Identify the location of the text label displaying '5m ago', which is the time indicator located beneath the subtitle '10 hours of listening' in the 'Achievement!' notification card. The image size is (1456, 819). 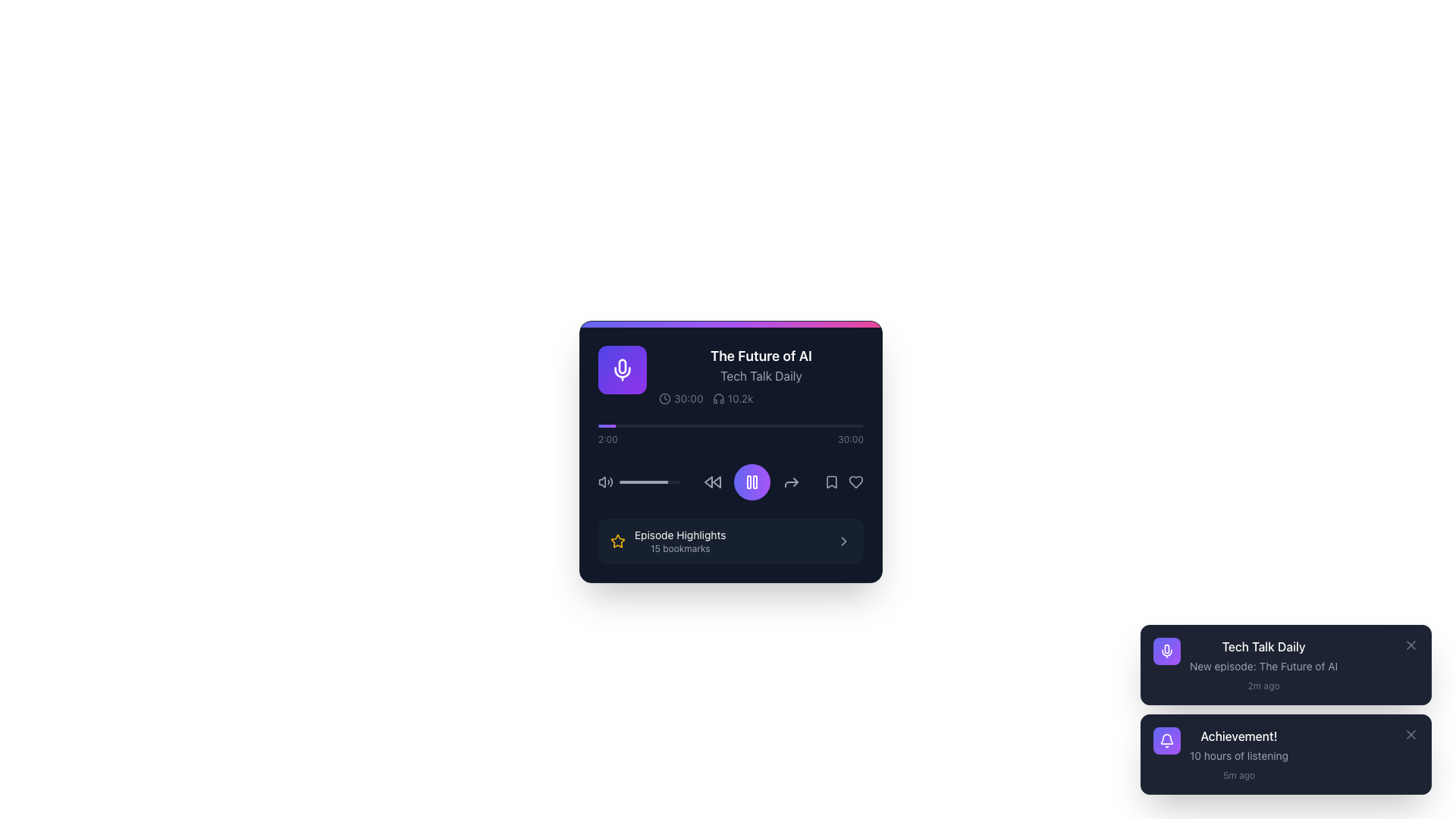
(1239, 775).